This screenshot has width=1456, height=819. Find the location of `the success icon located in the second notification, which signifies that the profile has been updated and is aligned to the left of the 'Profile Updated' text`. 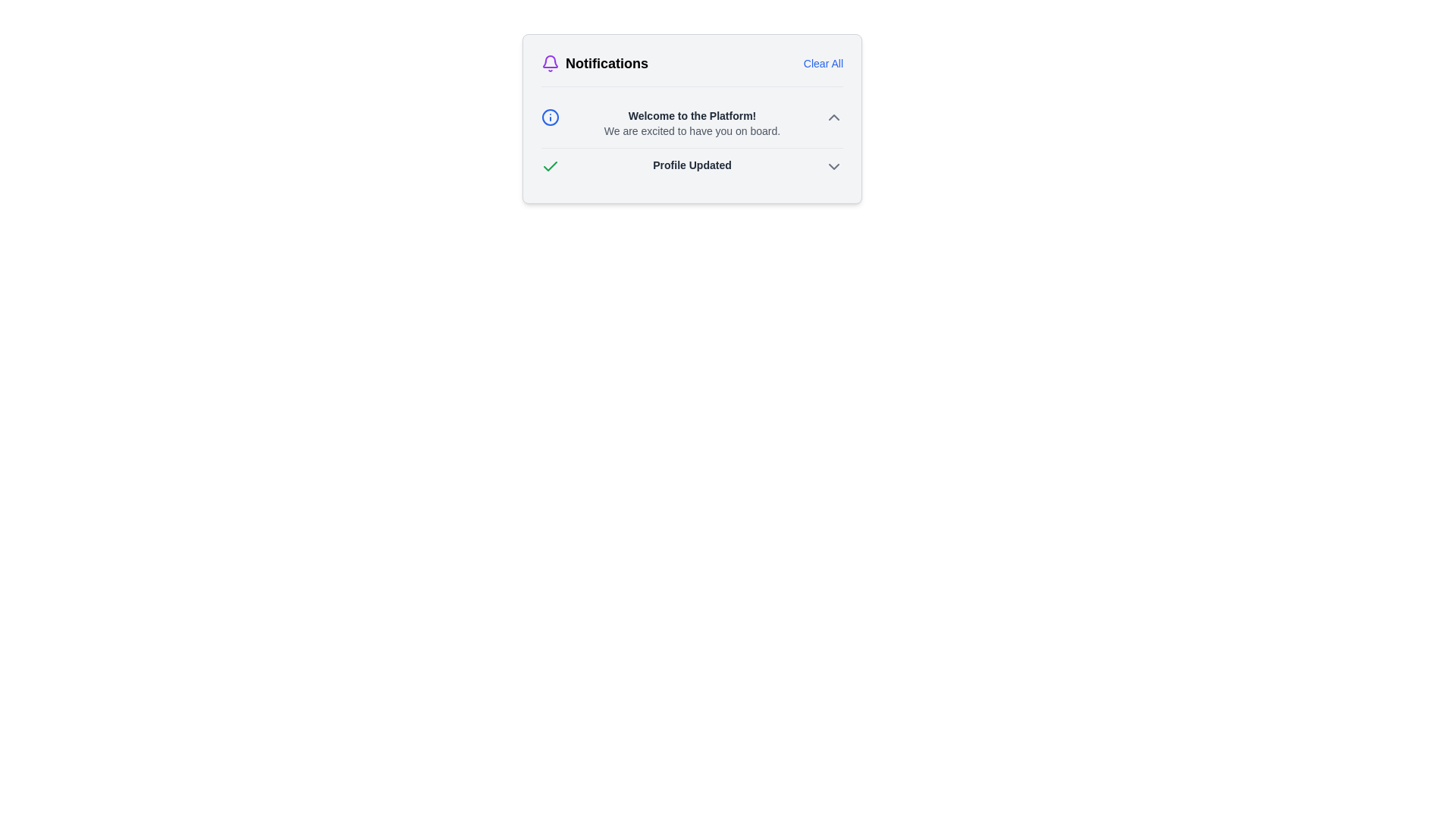

the success icon located in the second notification, which signifies that the profile has been updated and is aligned to the left of the 'Profile Updated' text is located at coordinates (549, 166).